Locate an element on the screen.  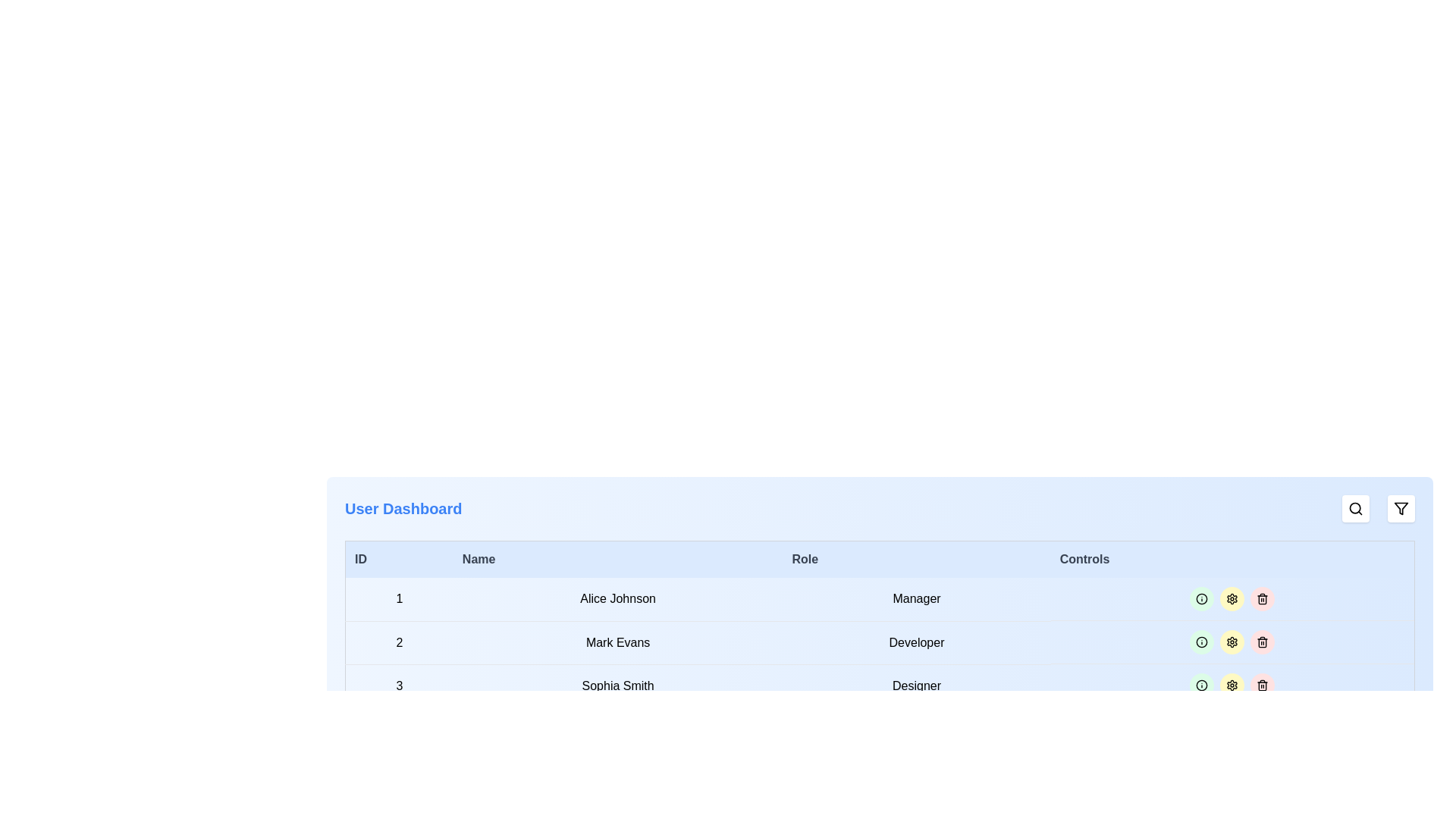
the filter icon located at the top-right corner of the interface, near the search icon, which visually represents filtering functionality is located at coordinates (1401, 509).